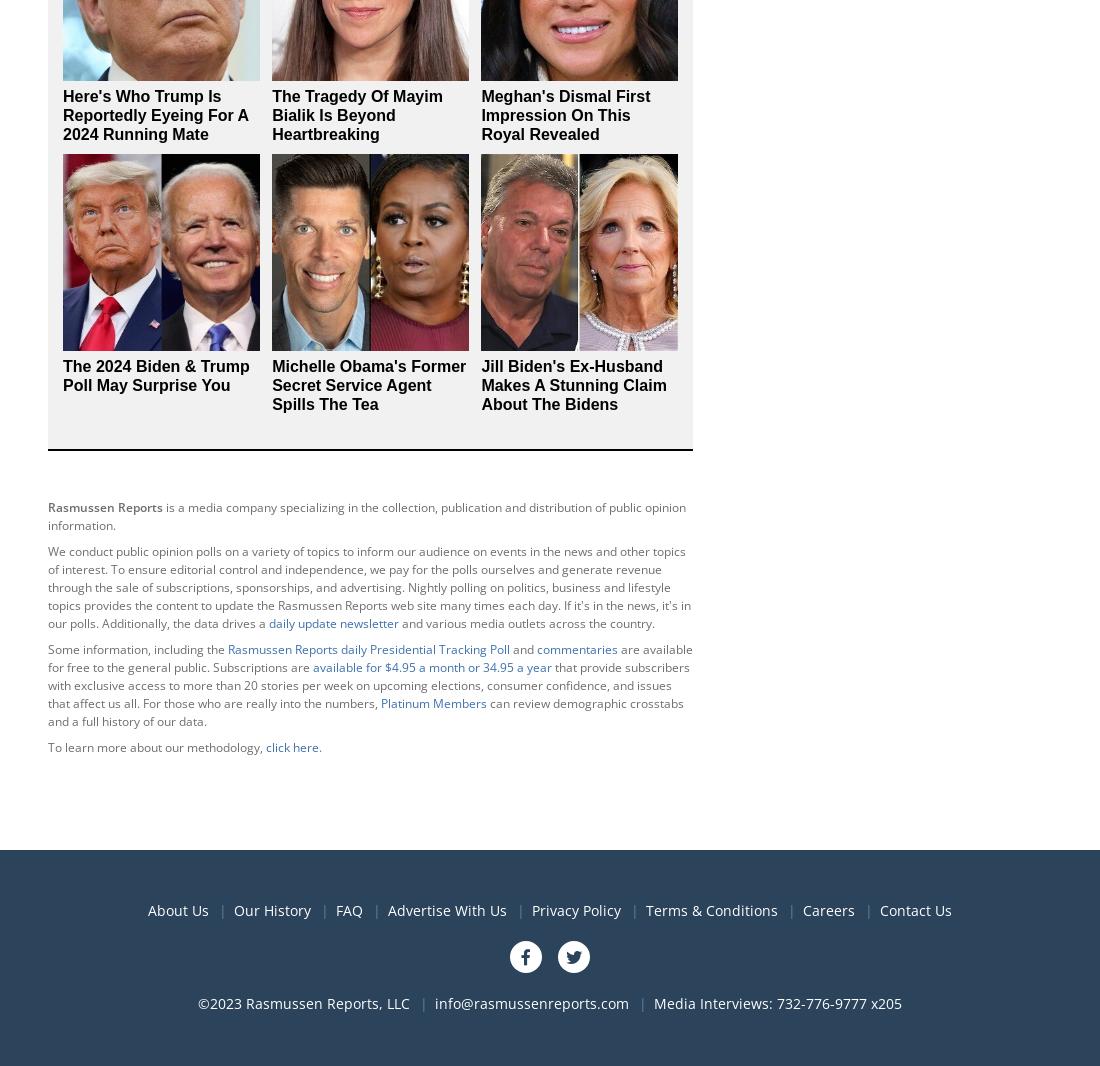 The image size is (1100, 1066). What do you see at coordinates (105, 506) in the screenshot?
I see `'Rasmussen Reports'` at bounding box center [105, 506].